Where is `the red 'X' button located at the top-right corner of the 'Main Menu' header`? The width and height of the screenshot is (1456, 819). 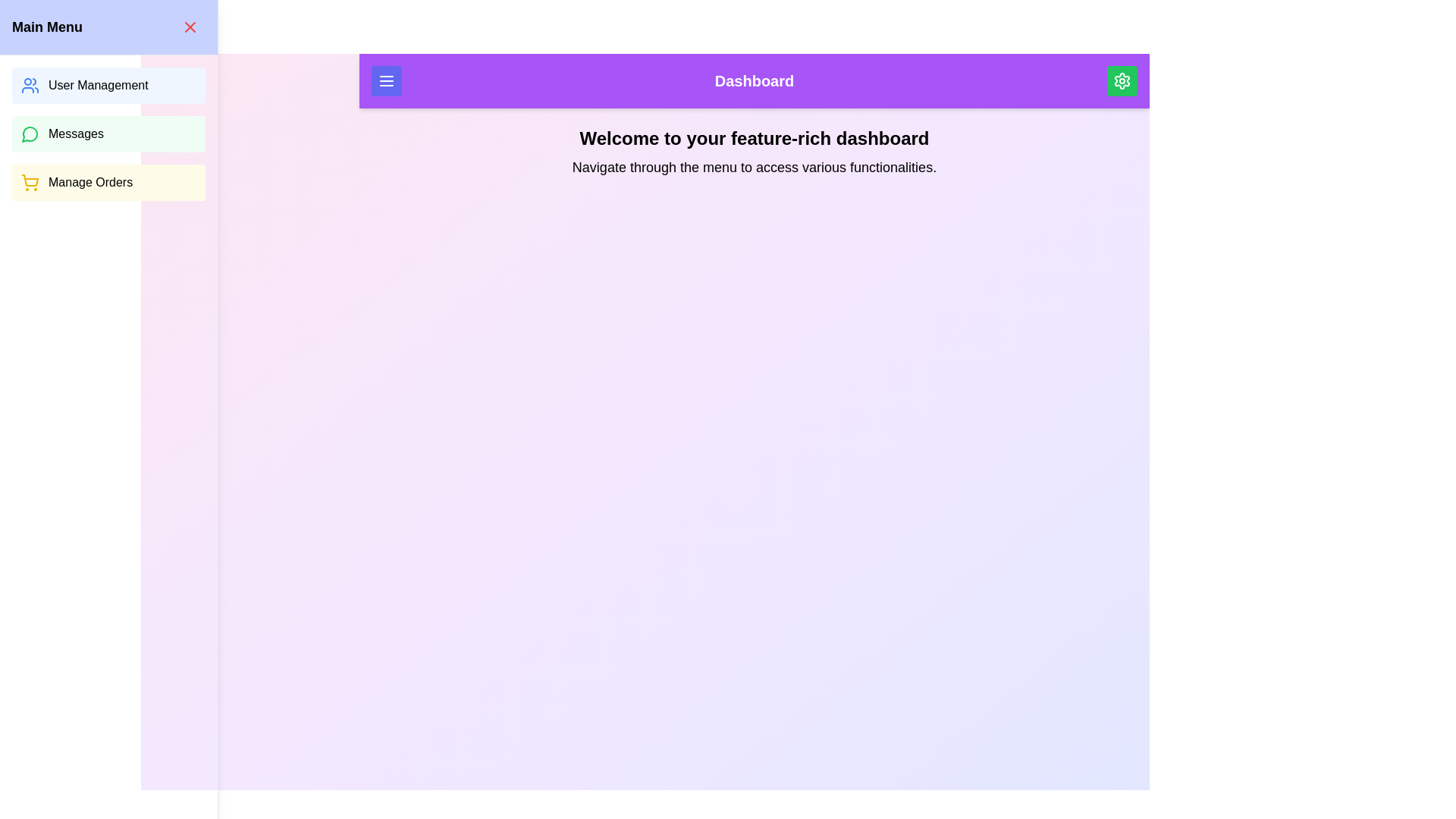 the red 'X' button located at the top-right corner of the 'Main Menu' header is located at coordinates (189, 27).